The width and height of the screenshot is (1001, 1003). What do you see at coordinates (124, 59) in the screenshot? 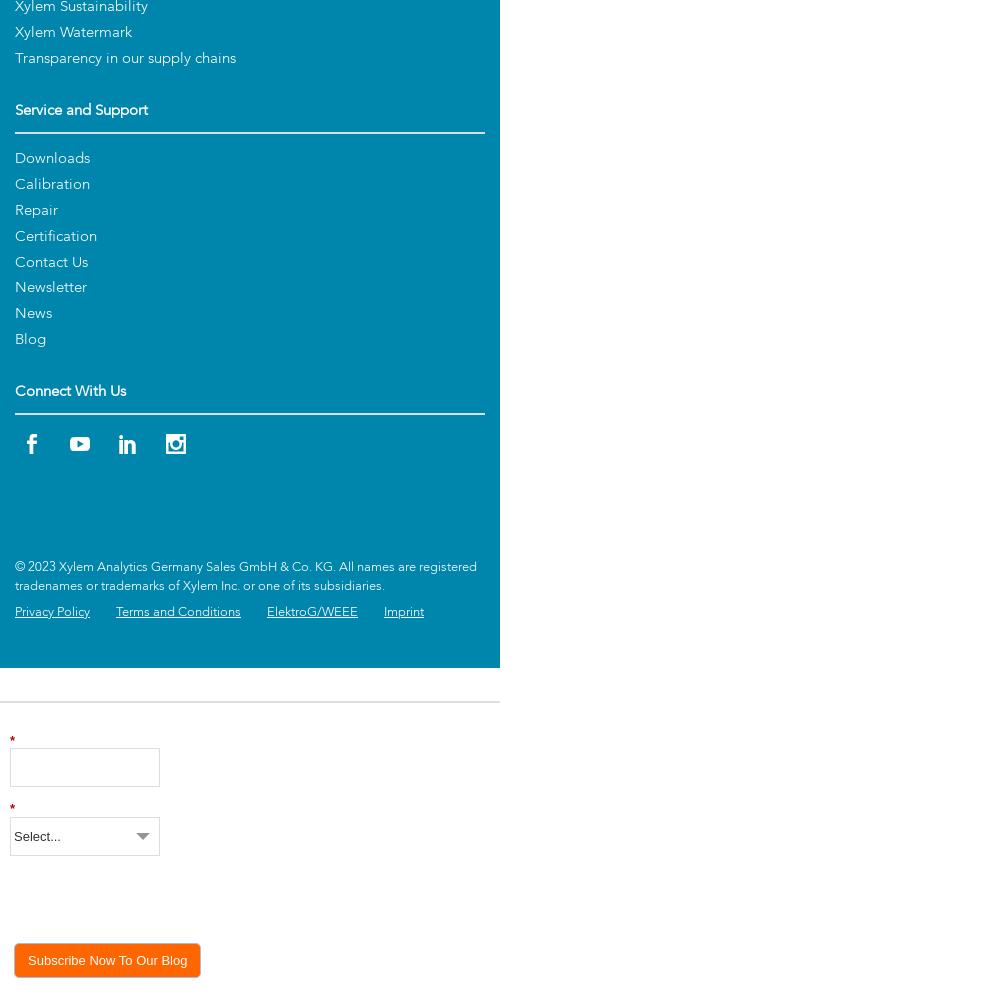
I see `'Transparency in our supply chains'` at bounding box center [124, 59].